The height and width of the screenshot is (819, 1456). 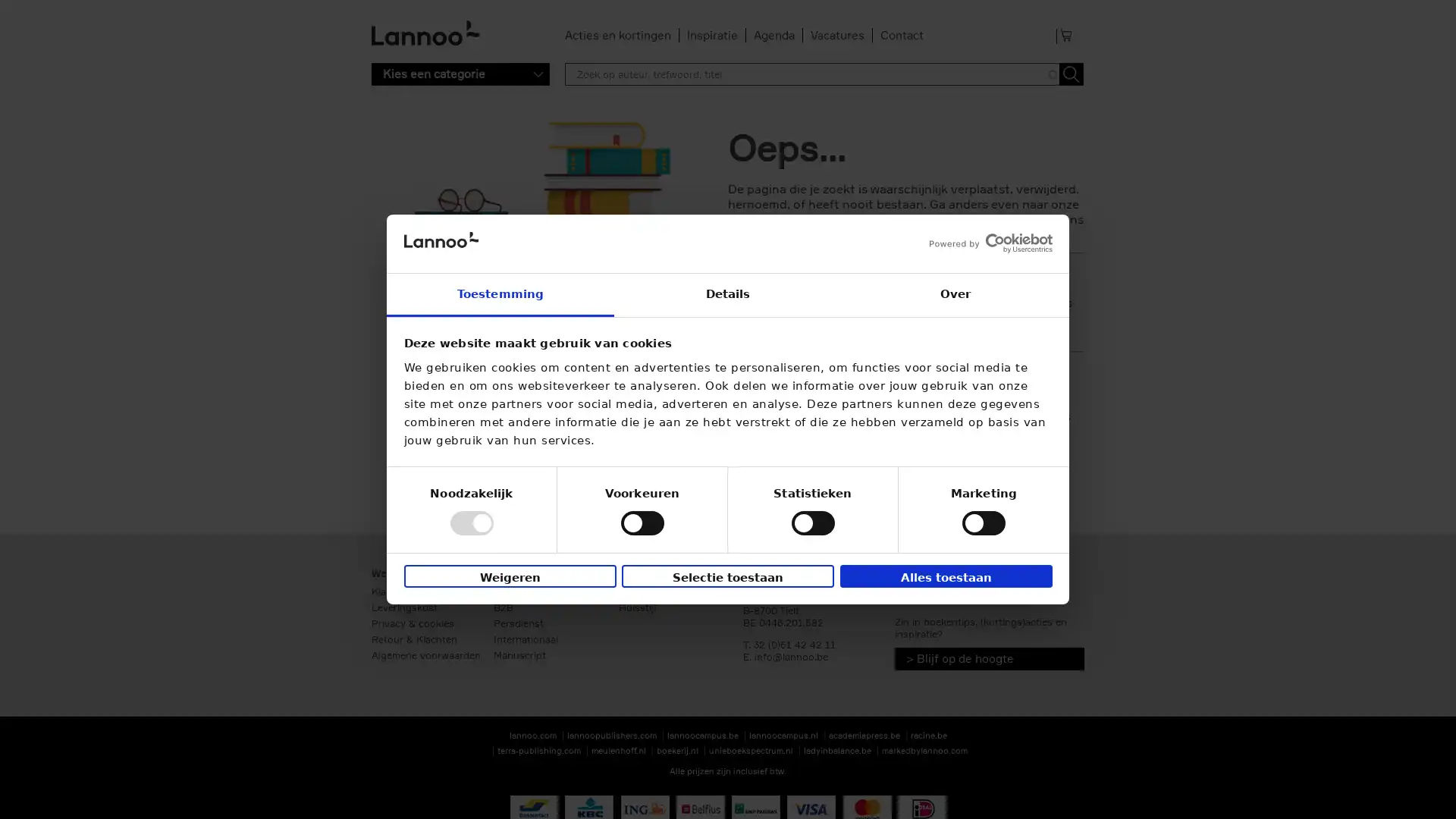 What do you see at coordinates (728, 576) in the screenshot?
I see `Selectie toestaan` at bounding box center [728, 576].